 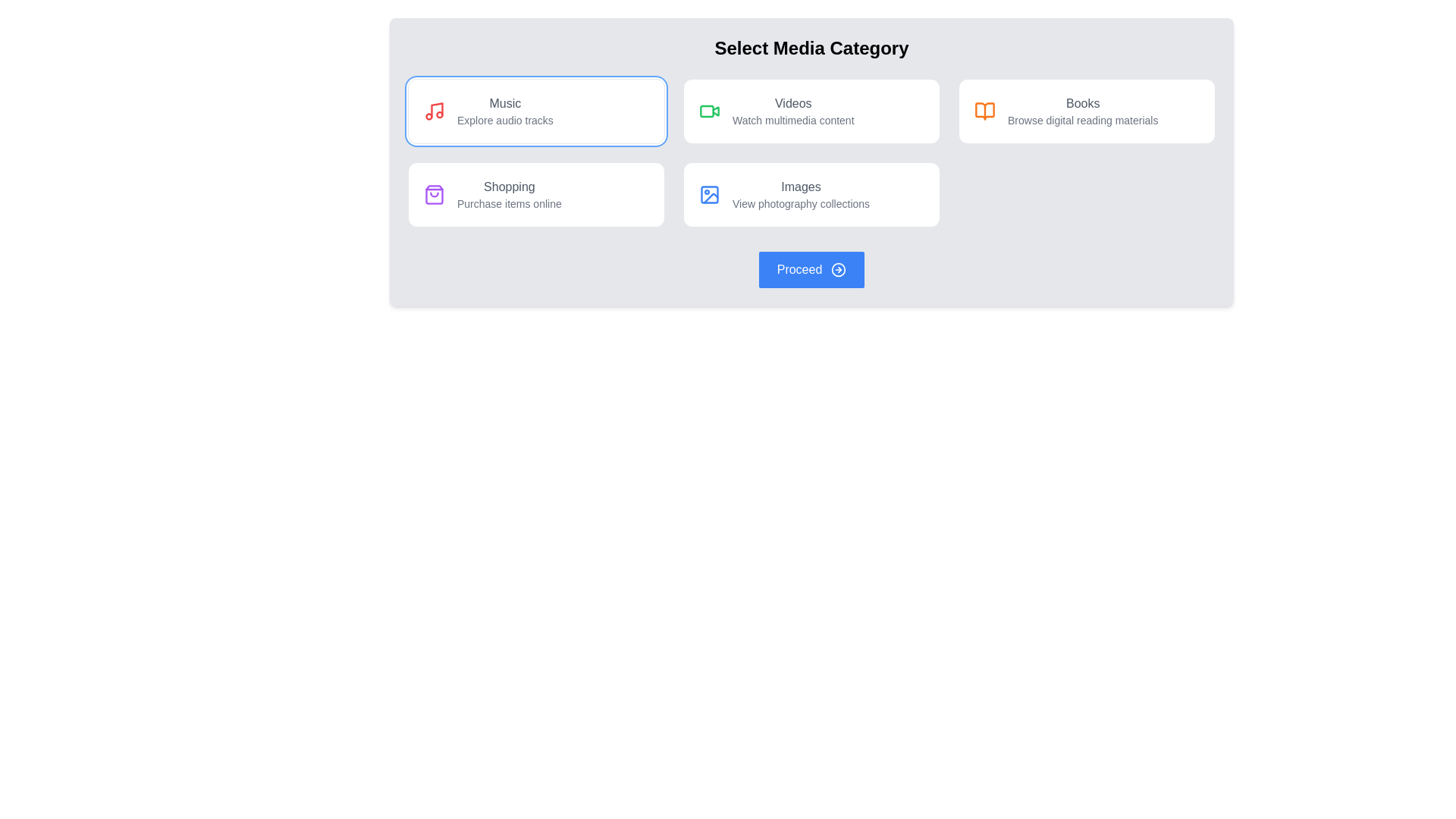 What do you see at coordinates (505, 103) in the screenshot?
I see `the 'Music' category title text label, which helps users identify the section for exploring audio tracks in the central menu` at bounding box center [505, 103].